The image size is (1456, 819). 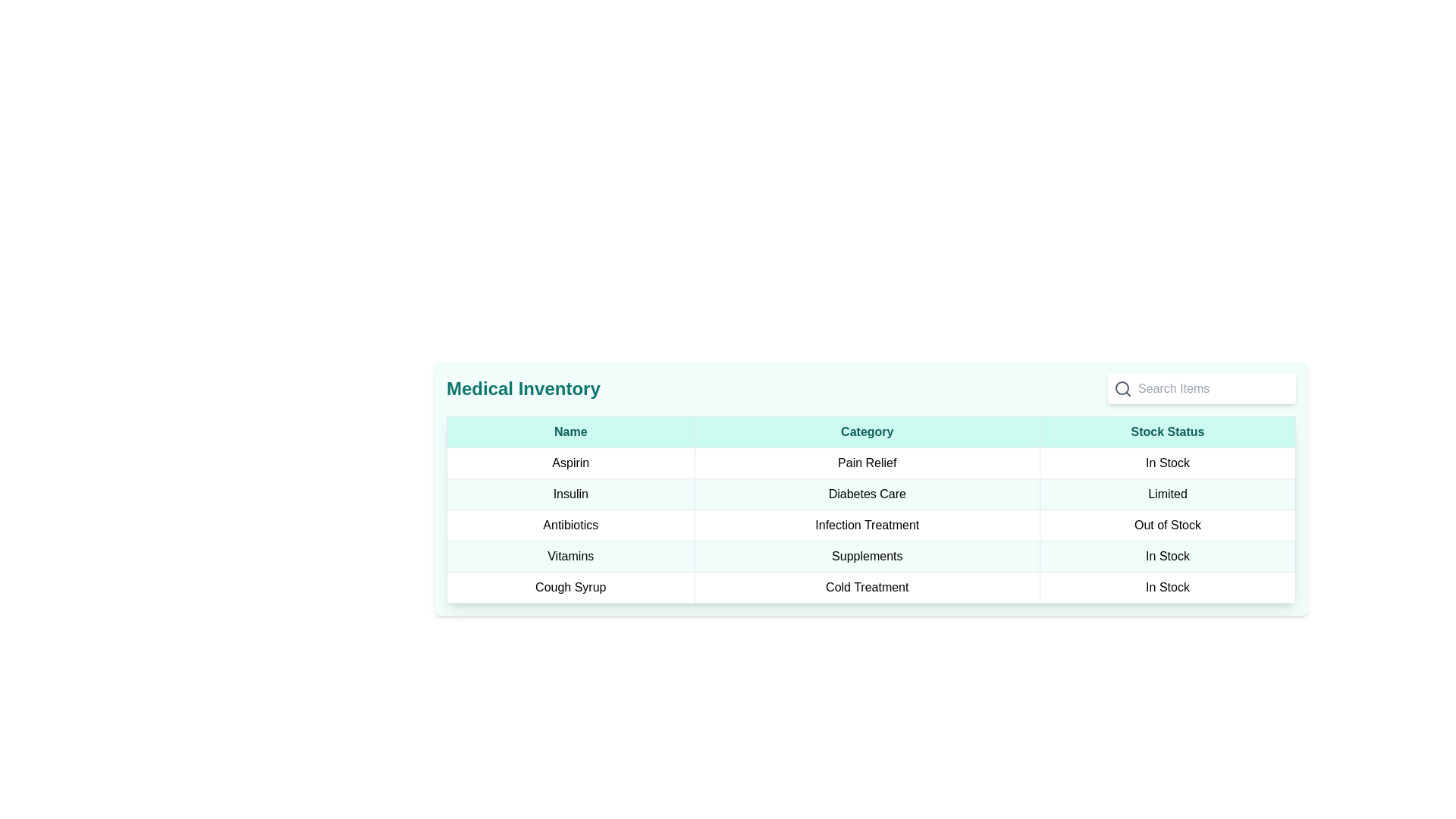 What do you see at coordinates (1167, 556) in the screenshot?
I see `the 'In Stock' text label in the 'Stock Status' column for the 'Vitamins' row, which displays the text in a bold typeface against a white background` at bounding box center [1167, 556].